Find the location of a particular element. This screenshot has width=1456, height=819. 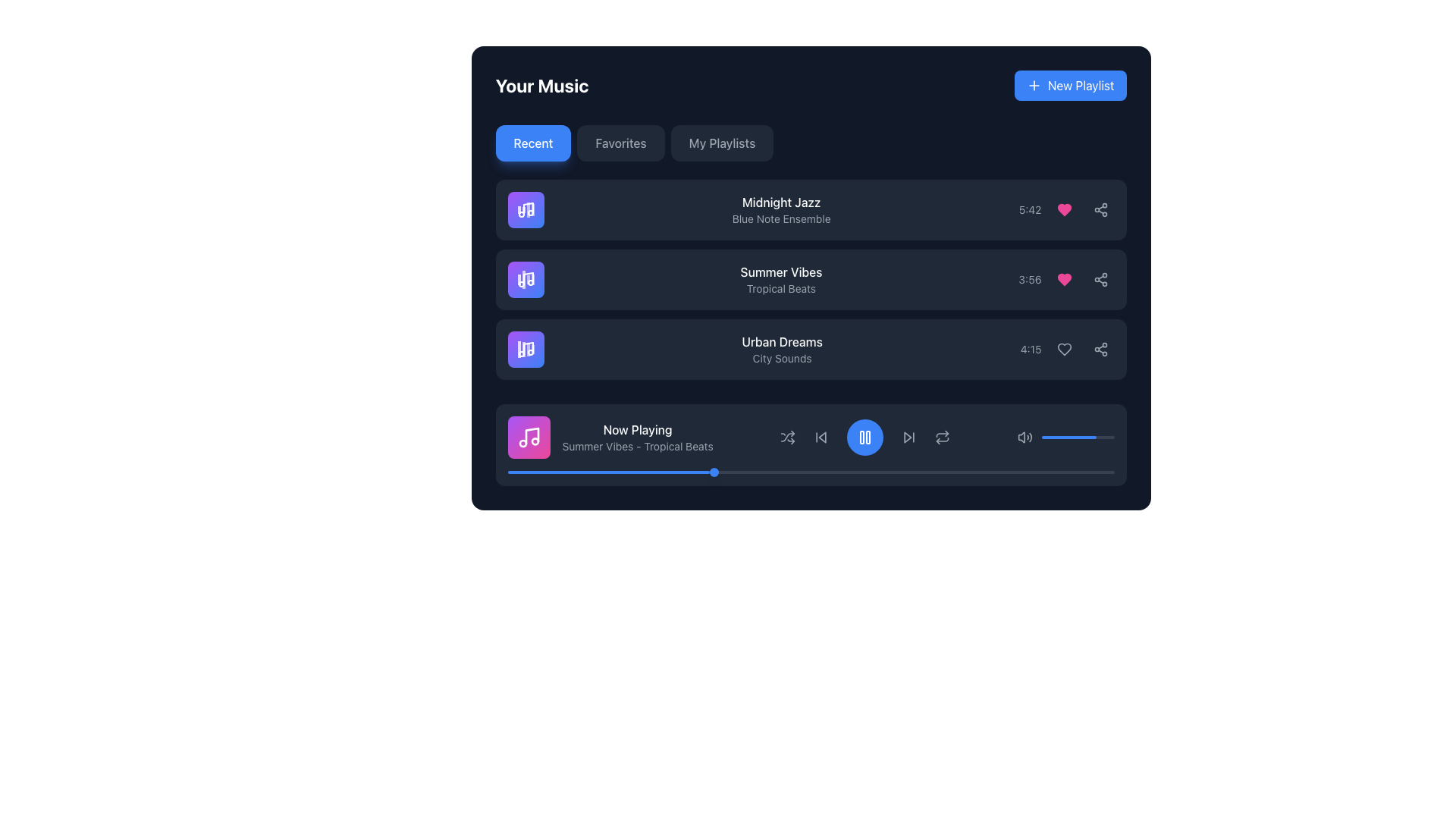

the text display component that shows 'Urban Dreams' and 'City Sounds', located in the third row of the music list, between 'Summer Vibes' and '4:15' is located at coordinates (782, 350).